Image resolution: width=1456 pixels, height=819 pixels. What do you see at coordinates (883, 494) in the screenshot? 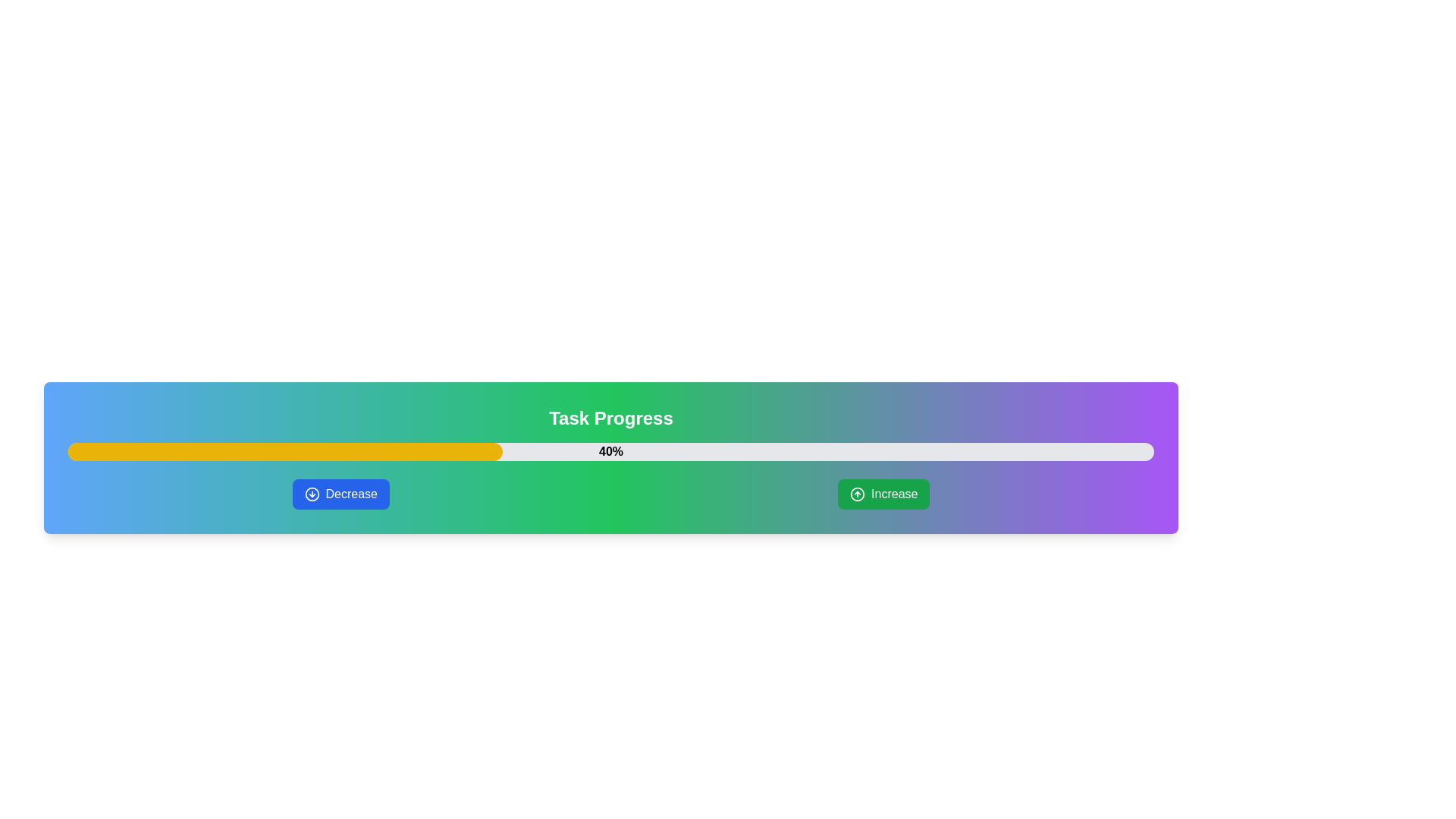
I see `the green 'Increase' button with an upward arrow icon to increase the value` at bounding box center [883, 494].